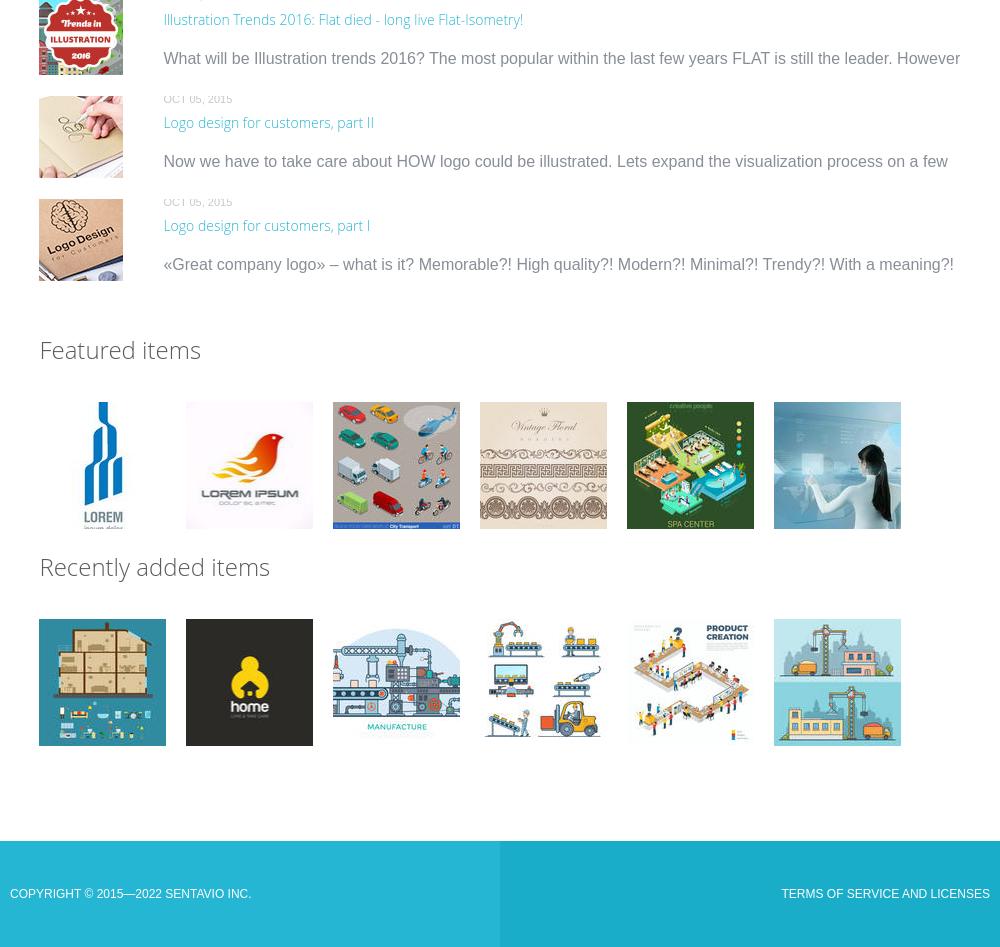 This screenshot has width=1000, height=947. Describe the element at coordinates (394, 706) in the screenshot. I see `'Linear Flat industrial manufacture conveyor machine vector illustration. Business product production process concept.">'` at that location.